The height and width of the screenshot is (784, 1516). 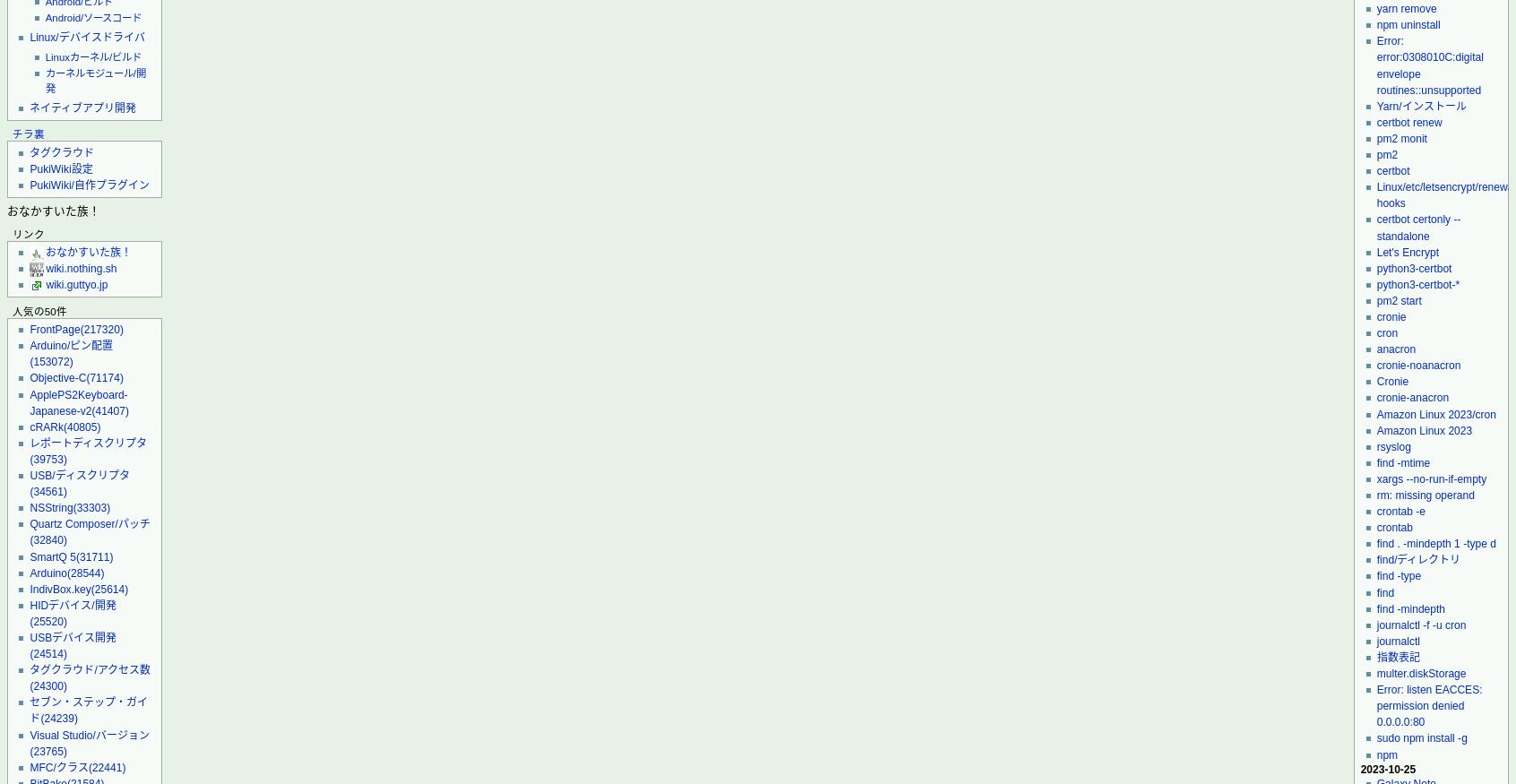 I want to click on '人気の50件', so click(x=38, y=311).